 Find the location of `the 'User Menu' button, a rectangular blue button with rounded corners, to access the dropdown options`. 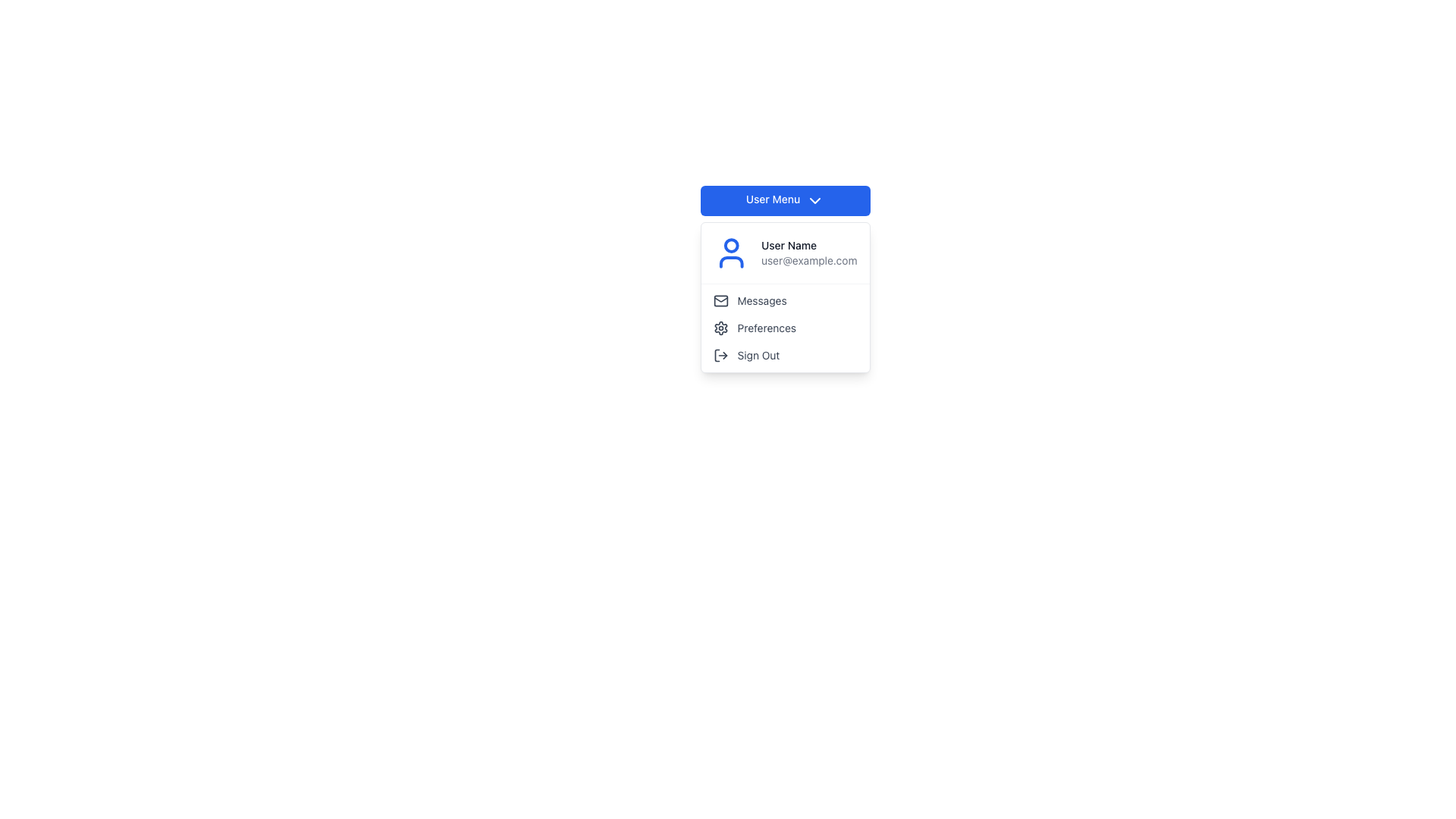

the 'User Menu' button, a rectangular blue button with rounded corners, to access the dropdown options is located at coordinates (785, 200).